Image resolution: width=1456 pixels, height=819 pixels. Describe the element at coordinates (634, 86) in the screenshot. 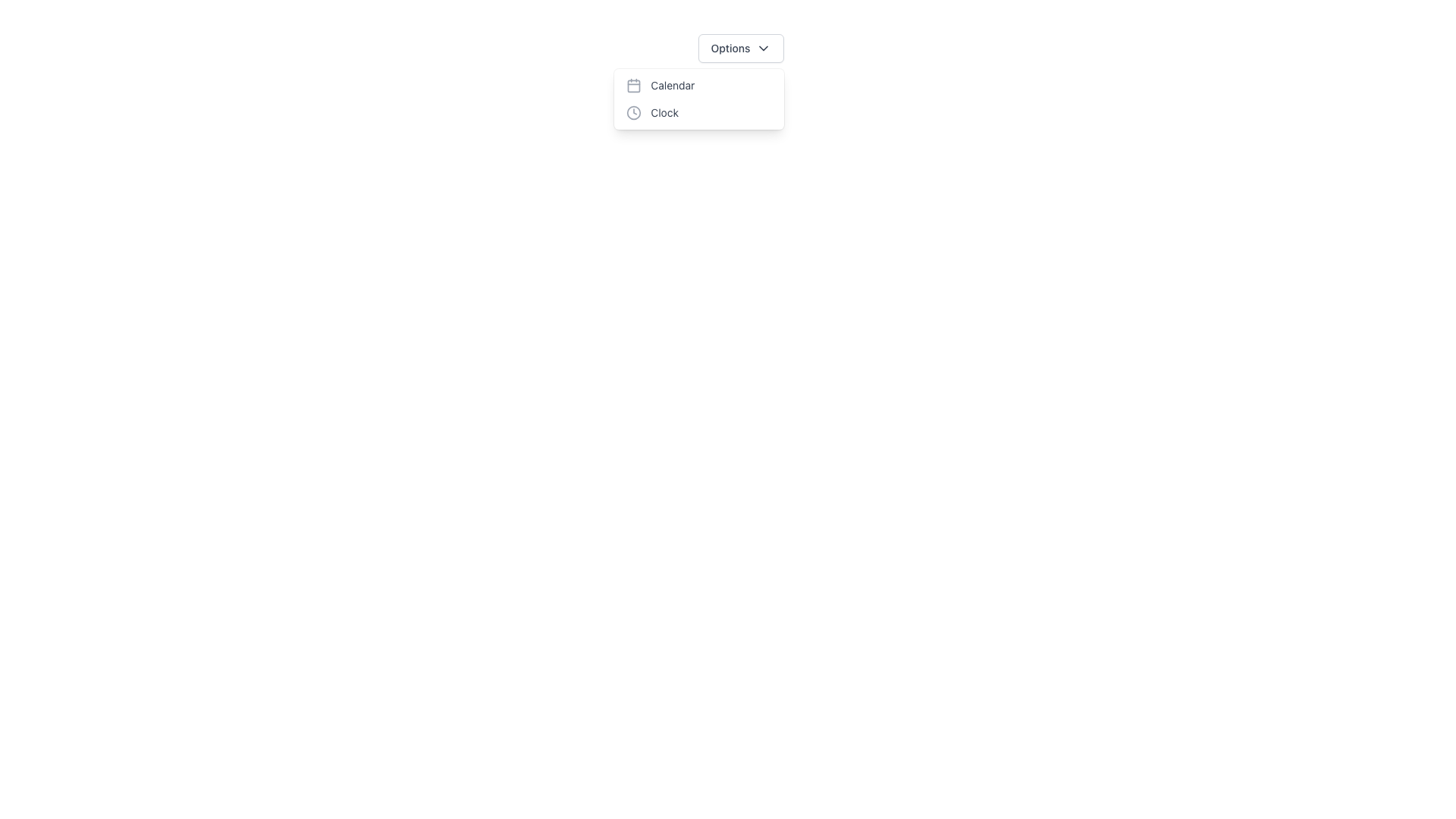

I see `the decorative calendar grid icon within the calendar icon, which is positioned to the left of the 'Calendar' text label in the dropdown menu` at that location.